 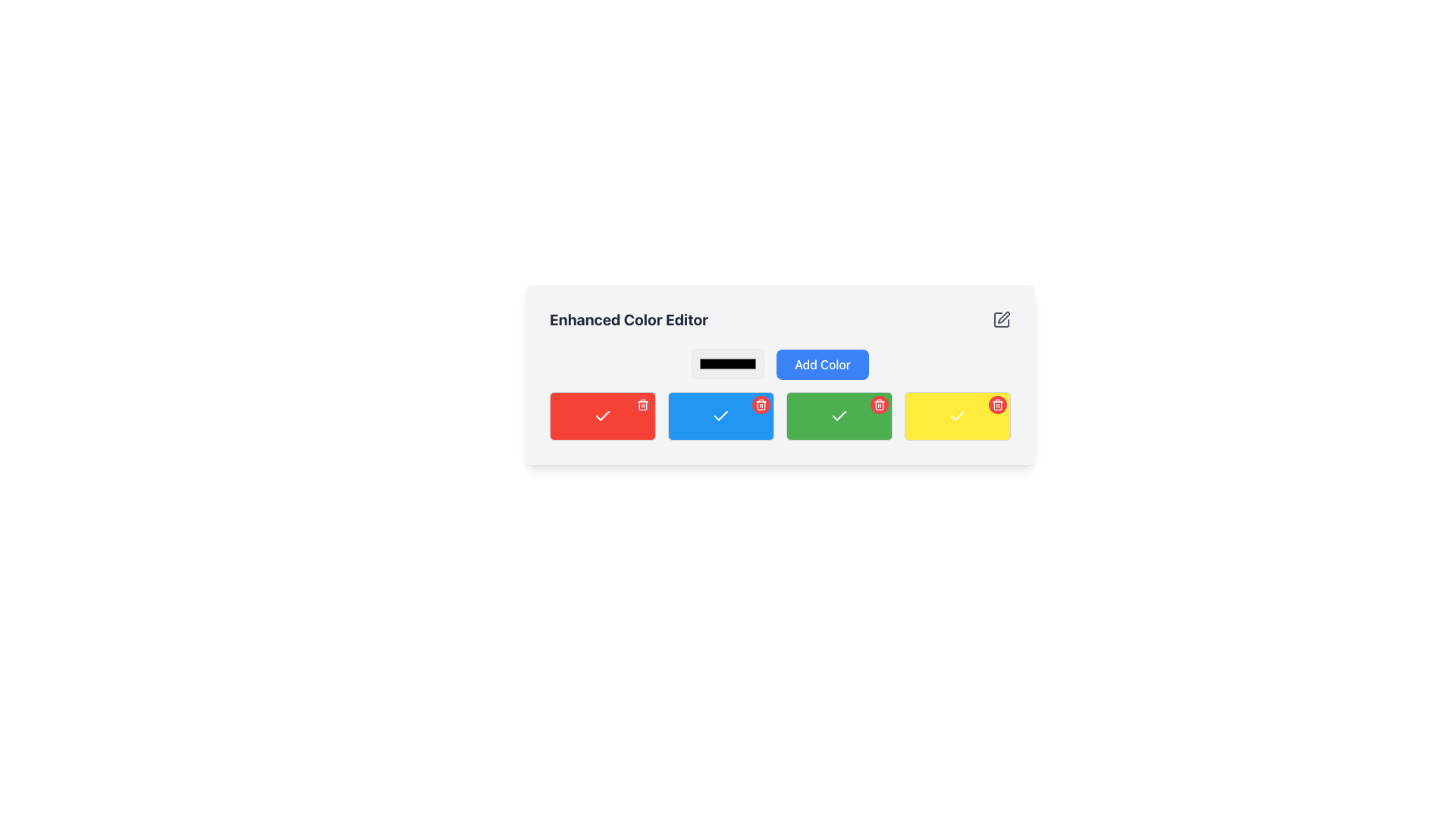 I want to click on the checkmark icon within the green rectangular button, which is the third button from the left in the row of color-coded buttons, so click(x=839, y=415).